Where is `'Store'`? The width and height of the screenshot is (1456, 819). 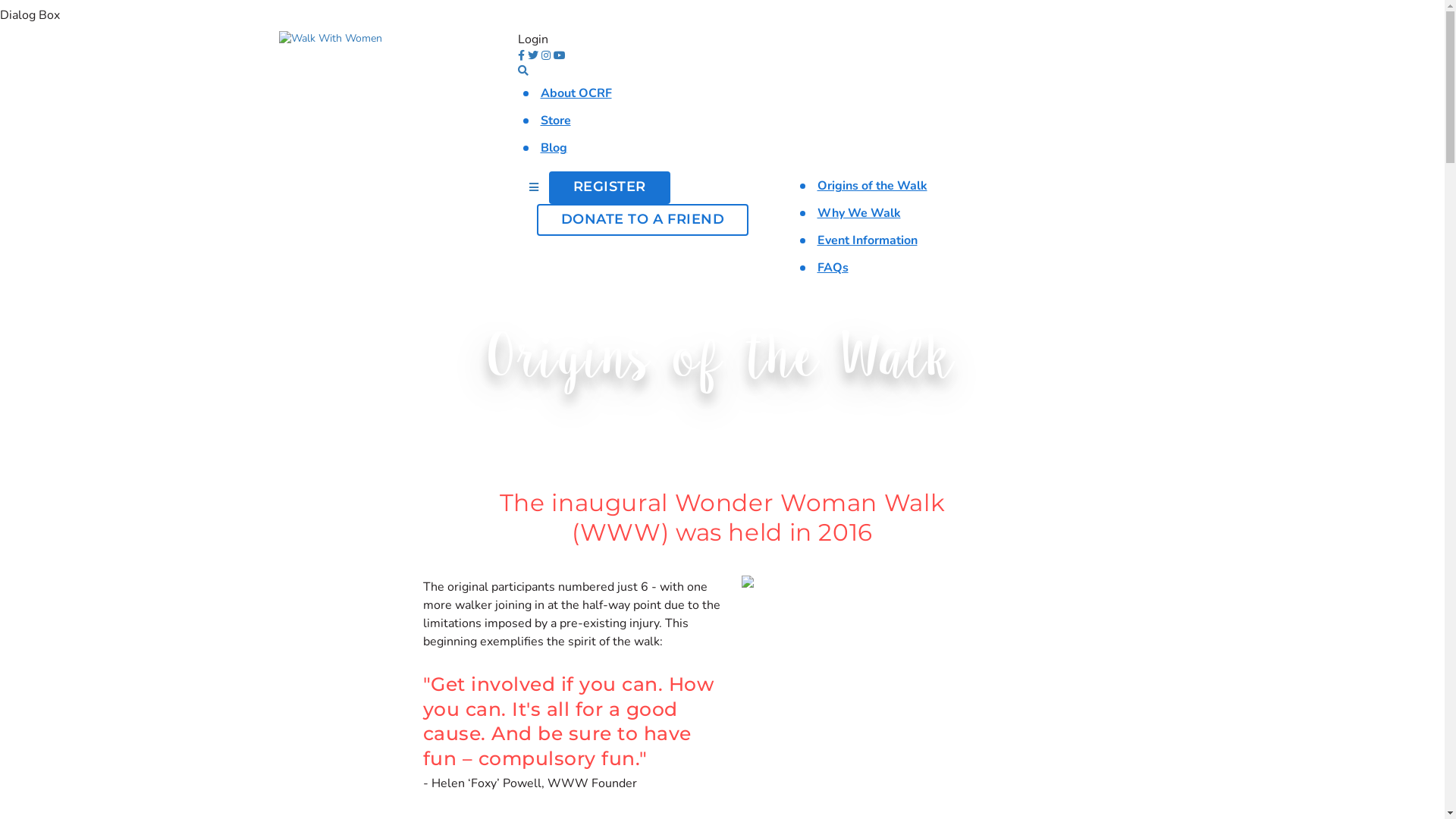 'Store' is located at coordinates (554, 119).